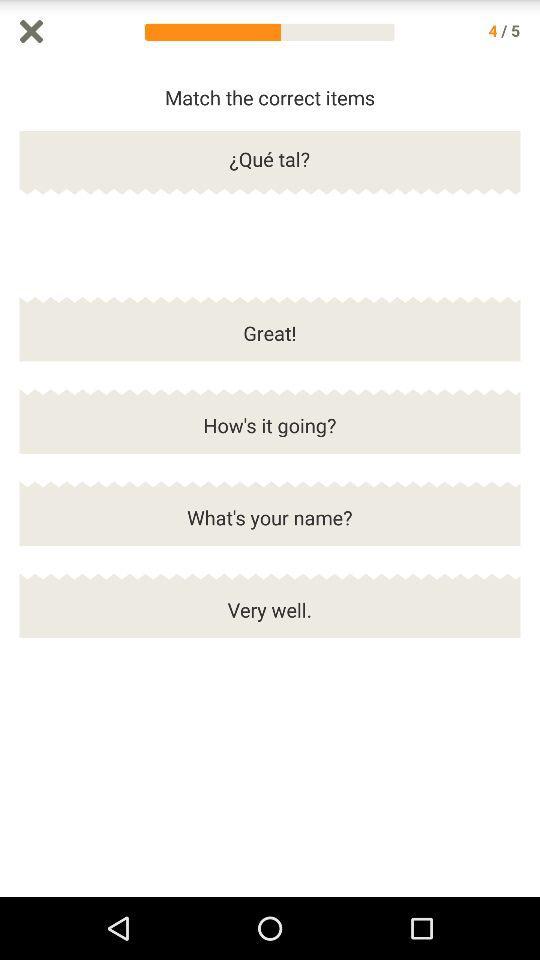 Image resolution: width=540 pixels, height=960 pixels. Describe the element at coordinates (270, 434) in the screenshot. I see `the text hows it going` at that location.